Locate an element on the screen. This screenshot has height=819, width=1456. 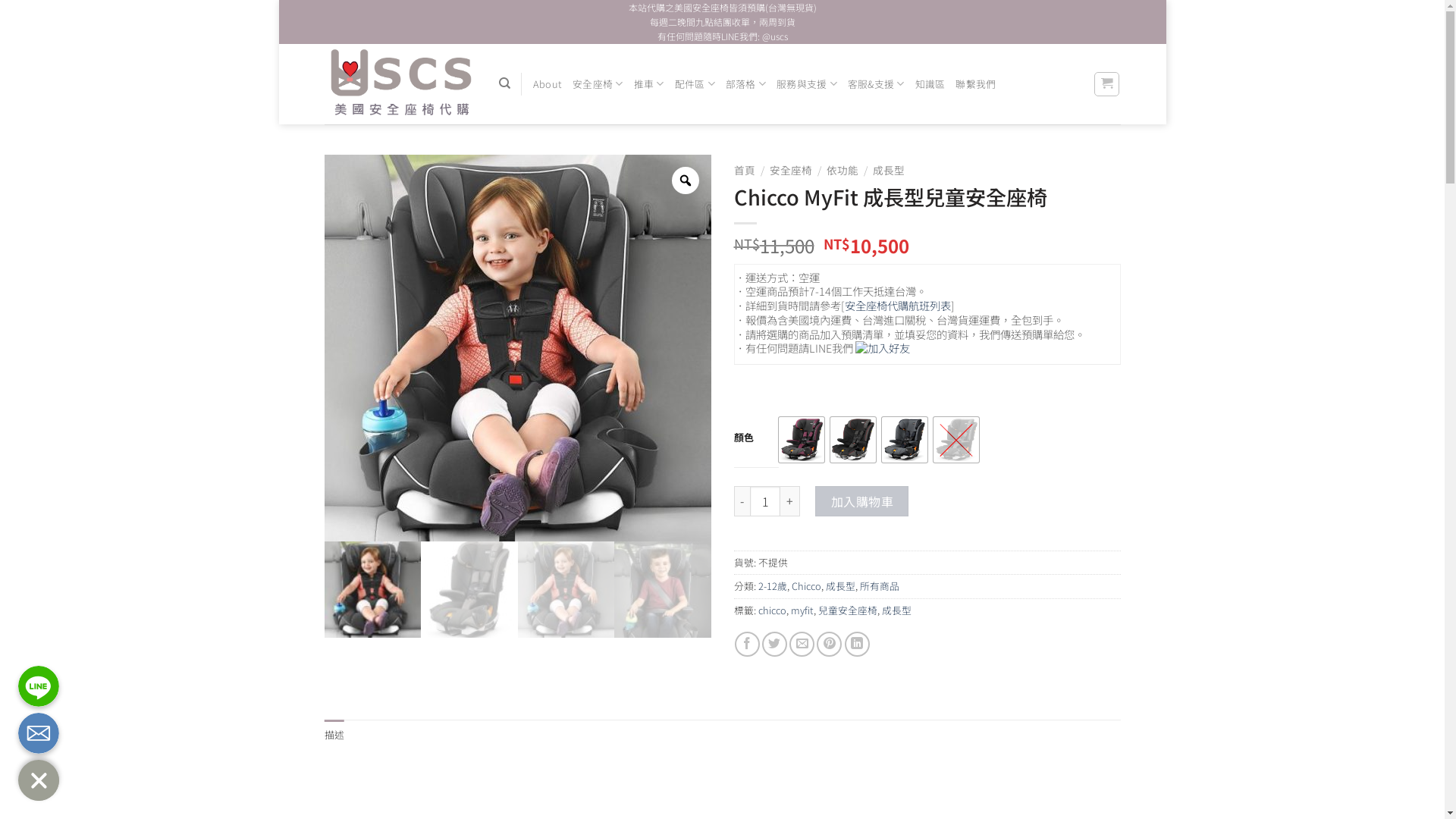
'A1Jal5+092L._SL1500_' is located at coordinates (564, 589).